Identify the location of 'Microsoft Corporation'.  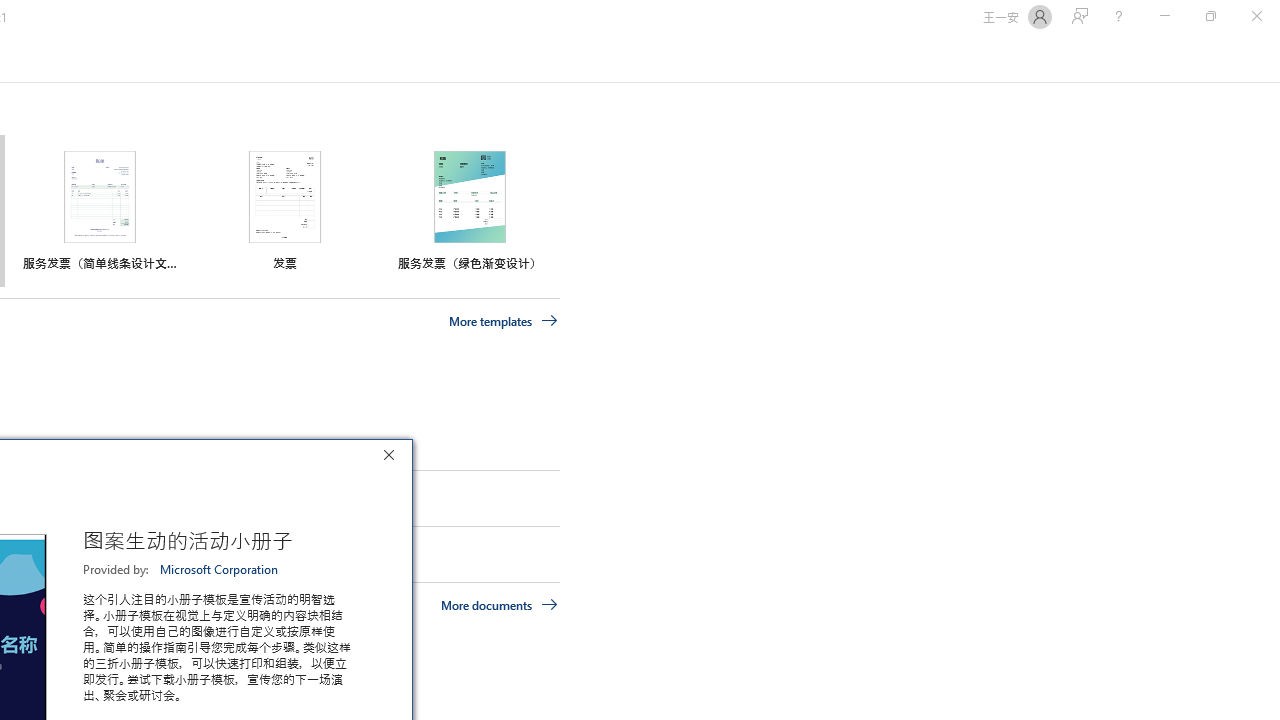
(220, 569).